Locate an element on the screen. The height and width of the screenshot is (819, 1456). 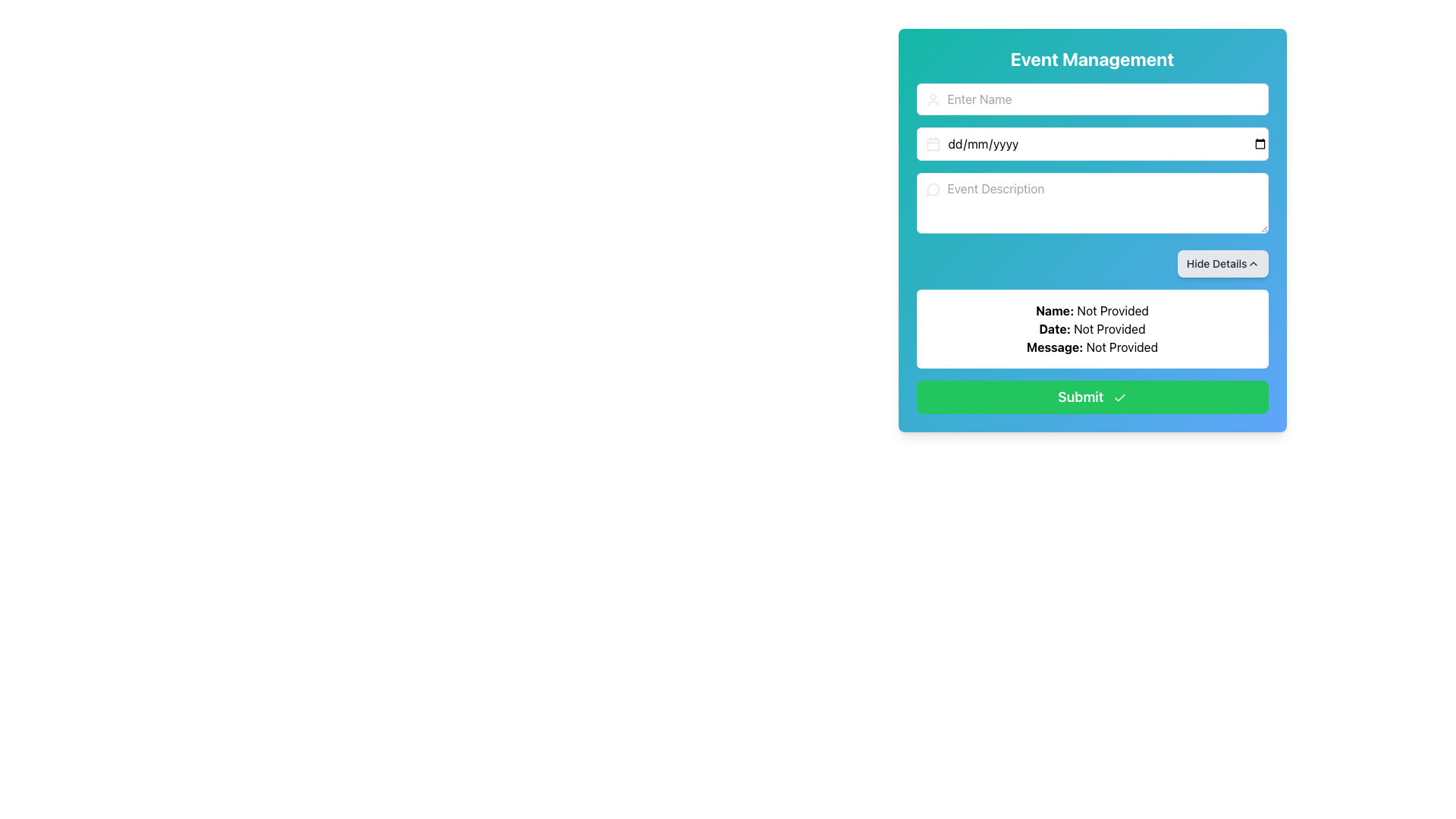
a date from the calendar dropdown in the Date input field located in the Event Management form, positioned below the Enter Name input field is located at coordinates (1092, 143).